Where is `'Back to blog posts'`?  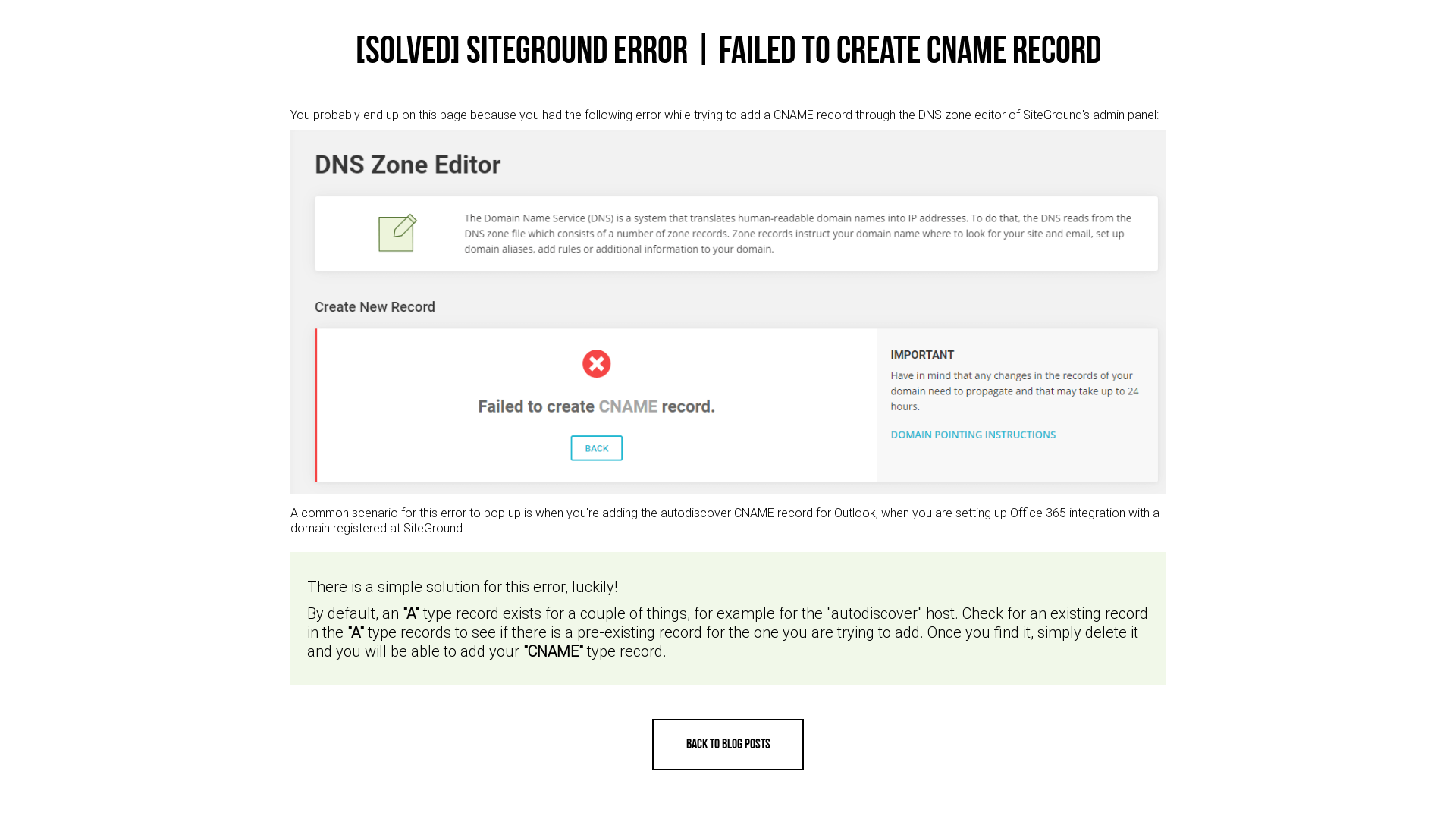
'Back to blog posts' is located at coordinates (728, 744).